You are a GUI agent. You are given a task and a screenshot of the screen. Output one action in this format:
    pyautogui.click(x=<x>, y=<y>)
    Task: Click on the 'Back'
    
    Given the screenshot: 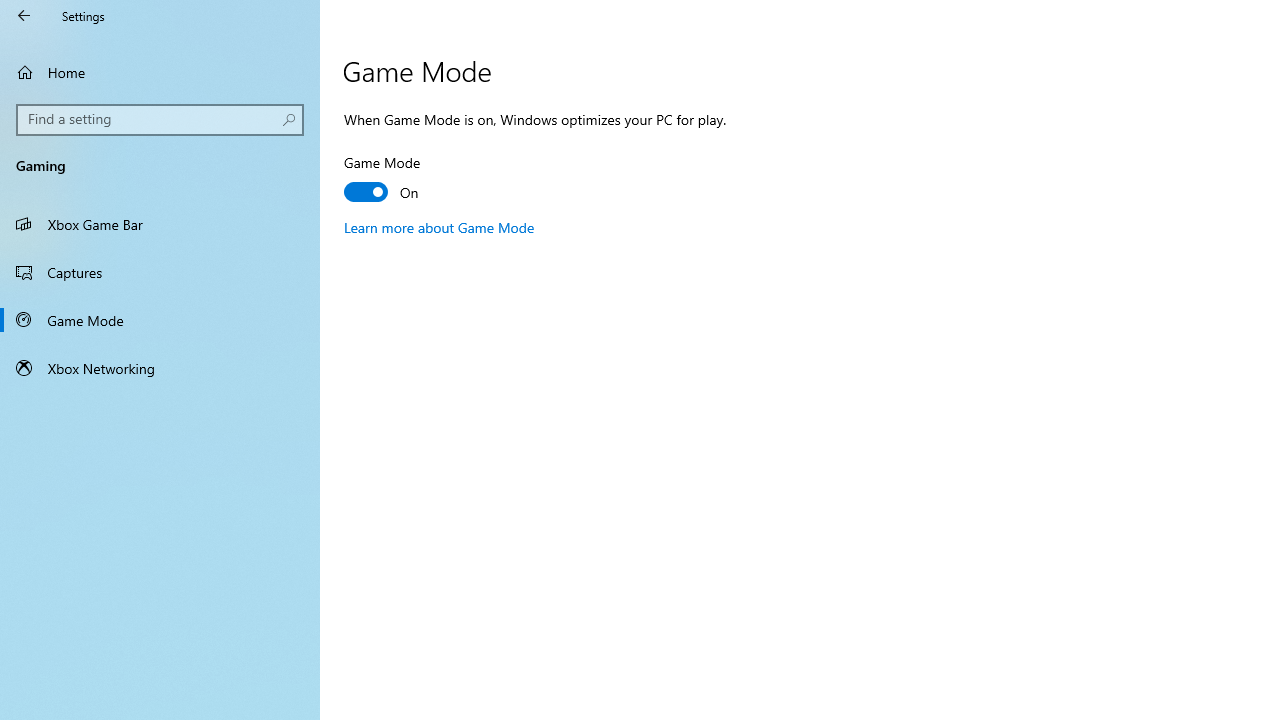 What is the action you would take?
    pyautogui.click(x=24, y=15)
    